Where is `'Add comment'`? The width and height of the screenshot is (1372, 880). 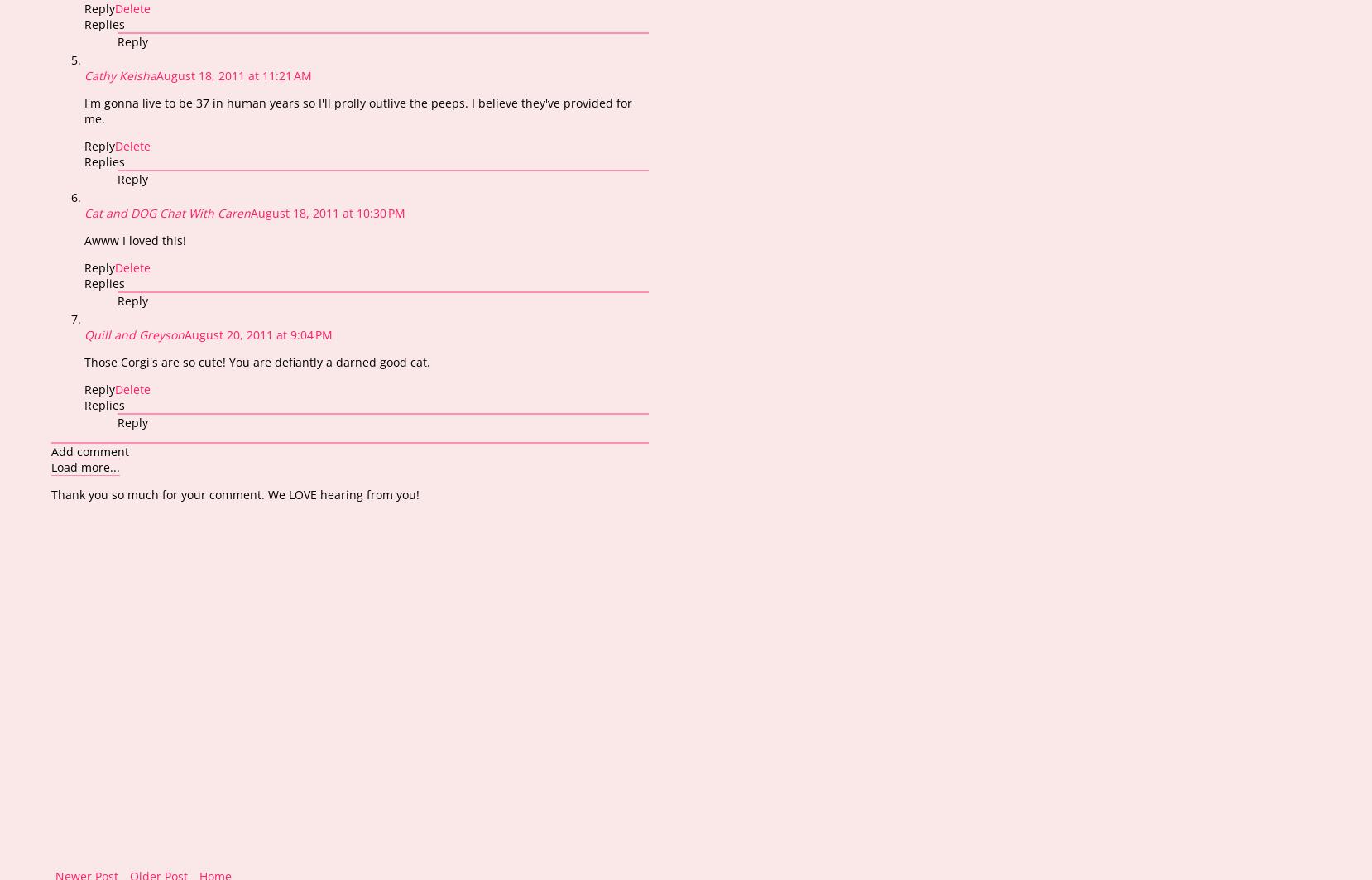
'Add comment' is located at coordinates (89, 450).